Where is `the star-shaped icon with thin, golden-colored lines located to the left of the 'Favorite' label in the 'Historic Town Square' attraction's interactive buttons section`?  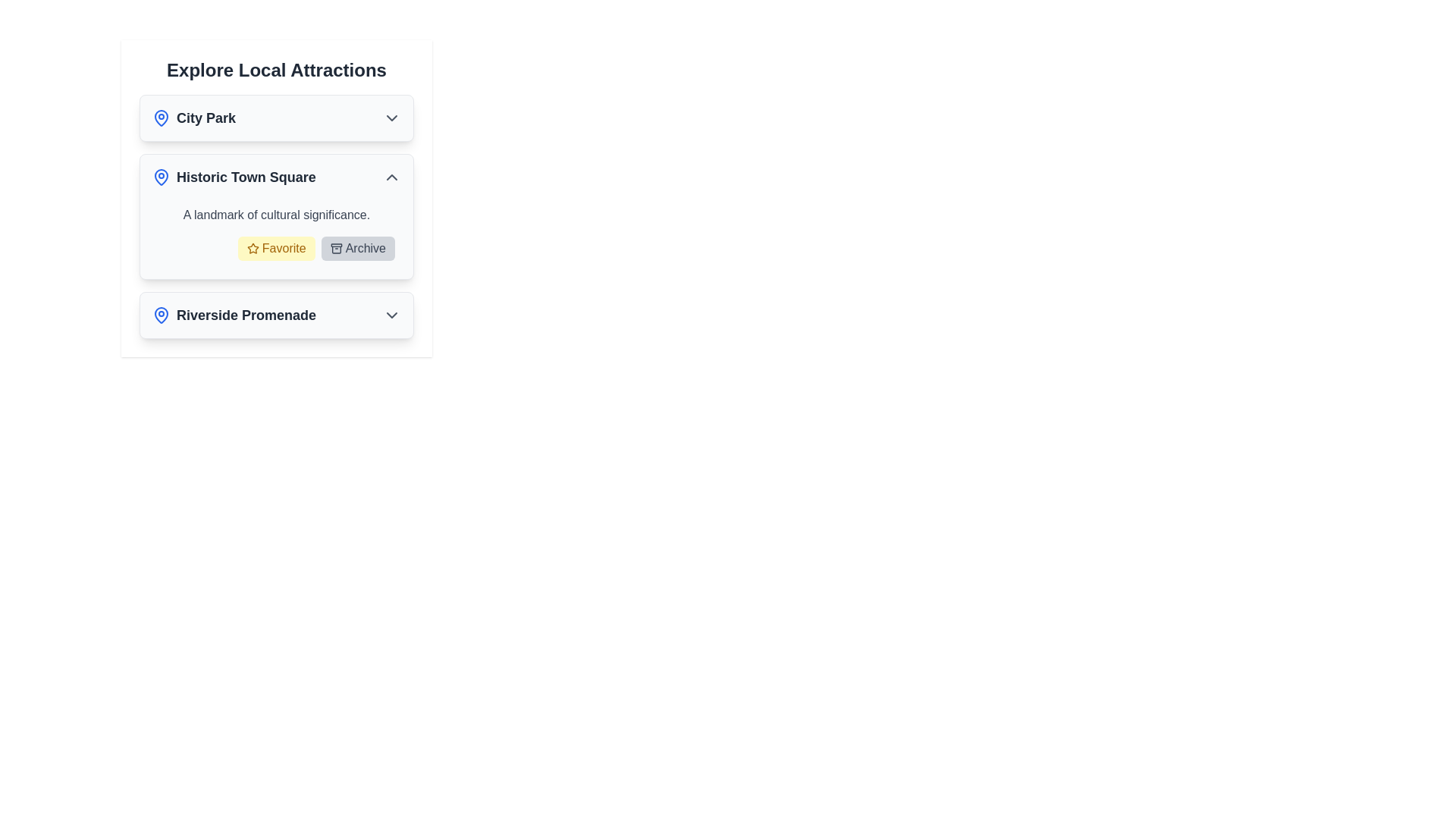 the star-shaped icon with thin, golden-colored lines located to the left of the 'Favorite' label in the 'Historic Town Square' attraction's interactive buttons section is located at coordinates (253, 247).